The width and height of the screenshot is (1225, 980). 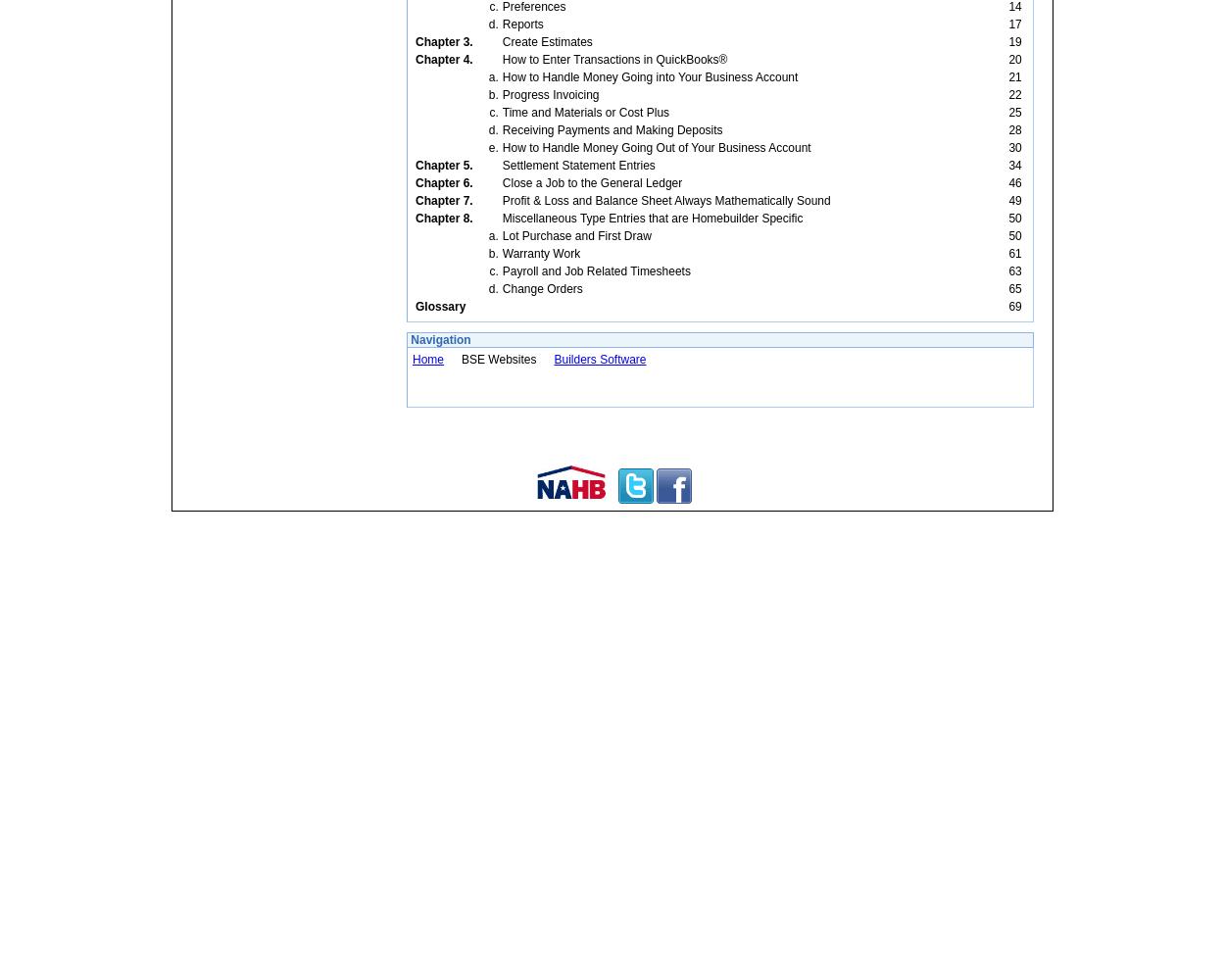 What do you see at coordinates (1014, 94) in the screenshot?
I see `'22'` at bounding box center [1014, 94].